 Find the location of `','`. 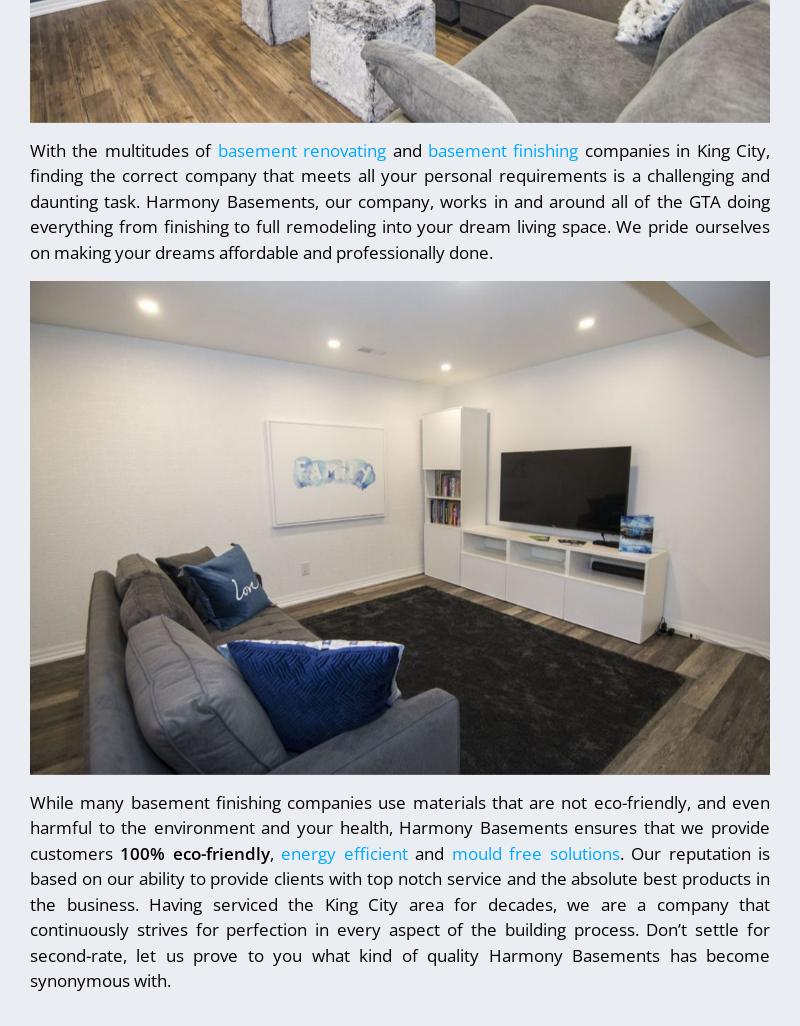

',' is located at coordinates (268, 852).